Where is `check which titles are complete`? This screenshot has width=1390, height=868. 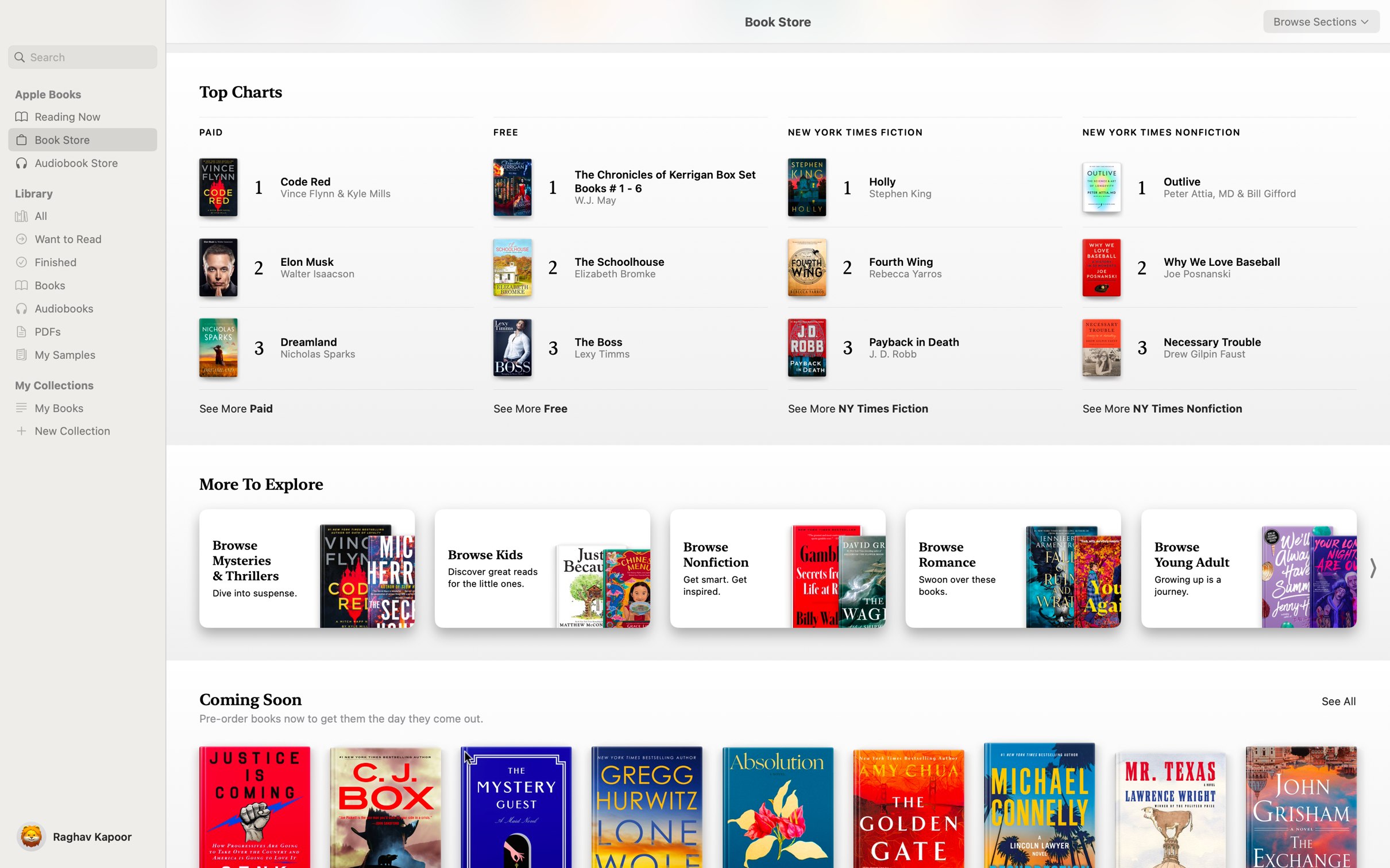 check which titles are complete is located at coordinates (2615285, 968688).